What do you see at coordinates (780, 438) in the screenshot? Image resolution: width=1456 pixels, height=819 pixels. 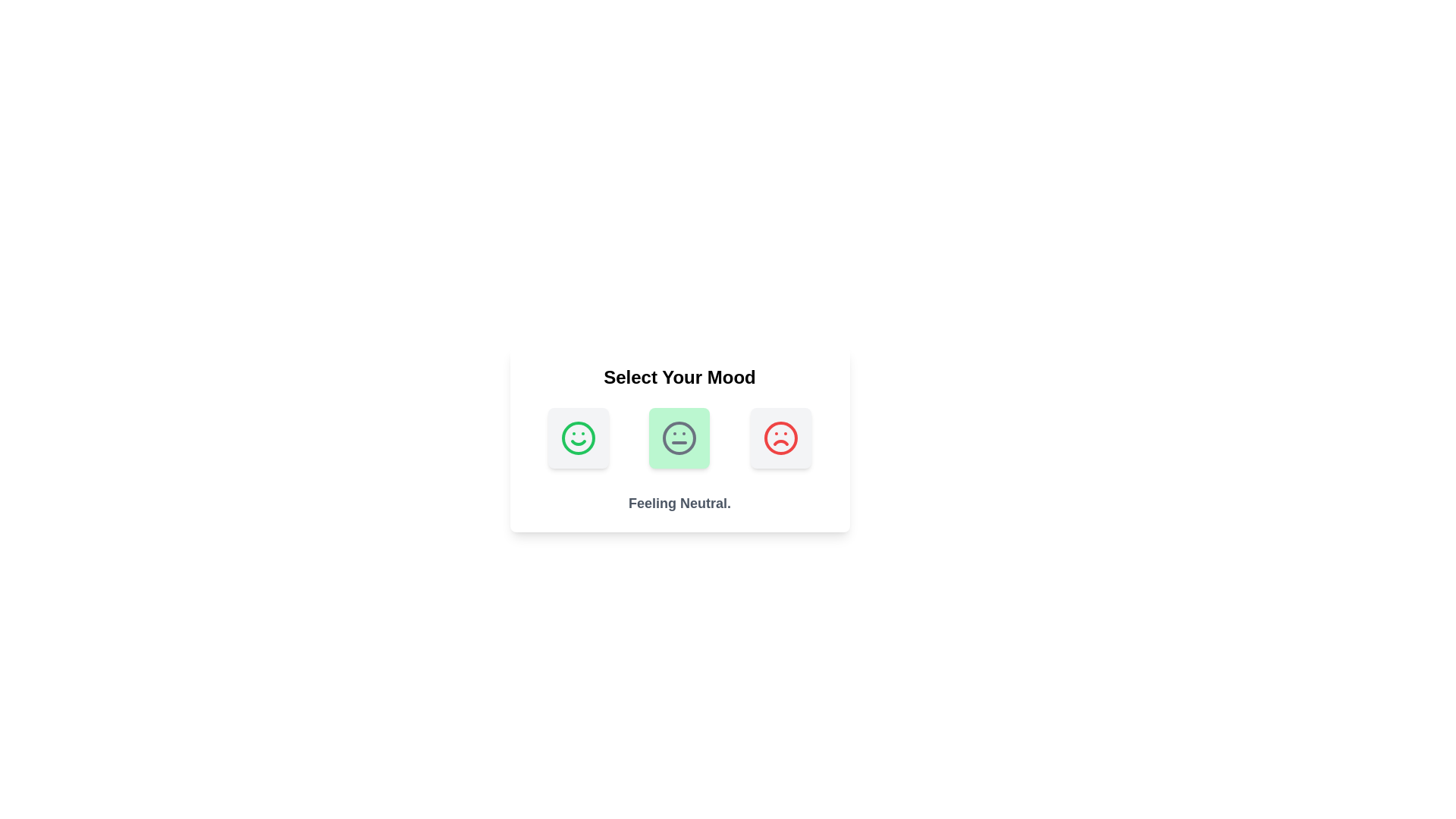 I see `the rightmost button in the mood selection group` at bounding box center [780, 438].